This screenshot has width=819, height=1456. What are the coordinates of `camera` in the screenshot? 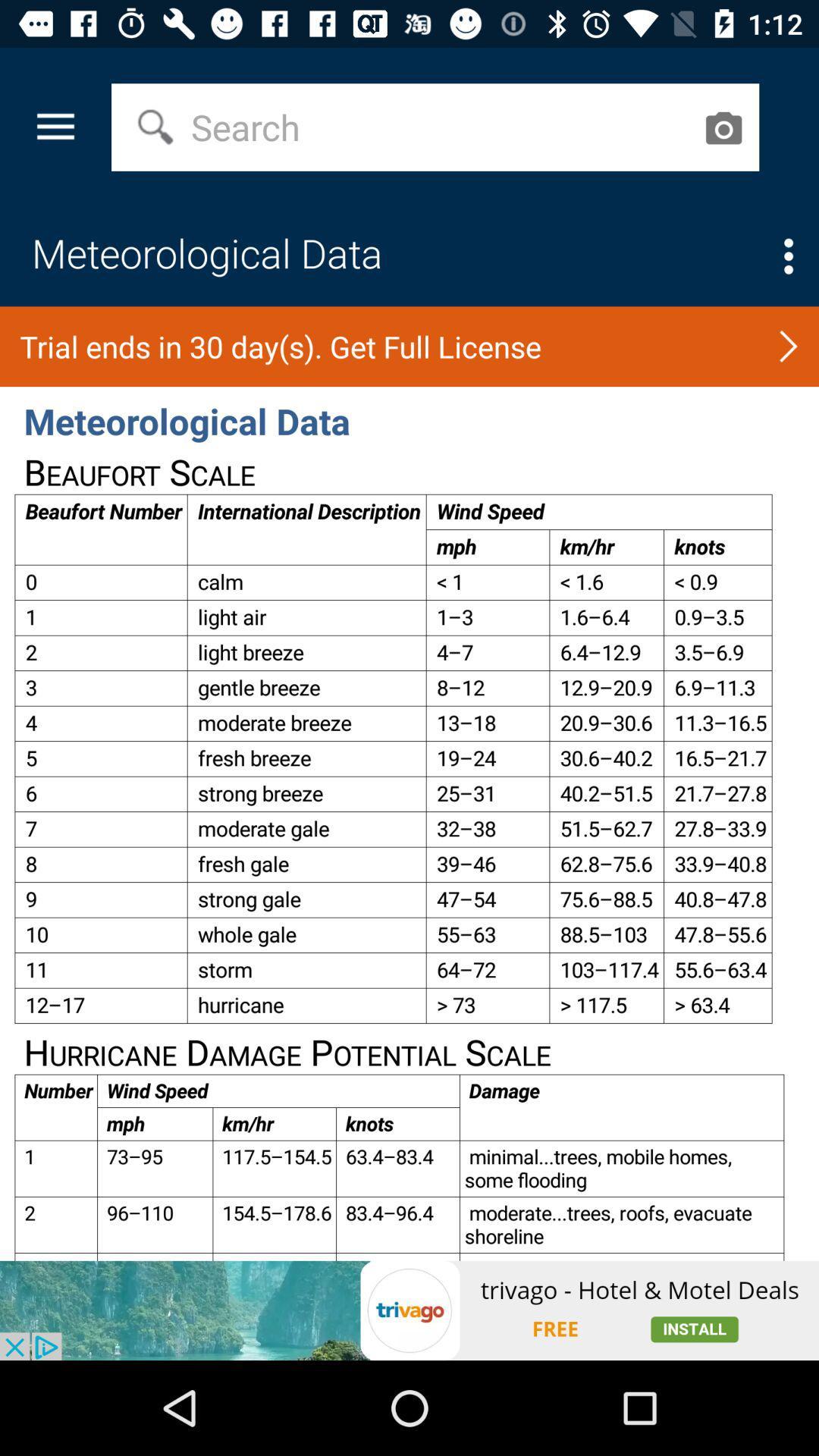 It's located at (722, 127).